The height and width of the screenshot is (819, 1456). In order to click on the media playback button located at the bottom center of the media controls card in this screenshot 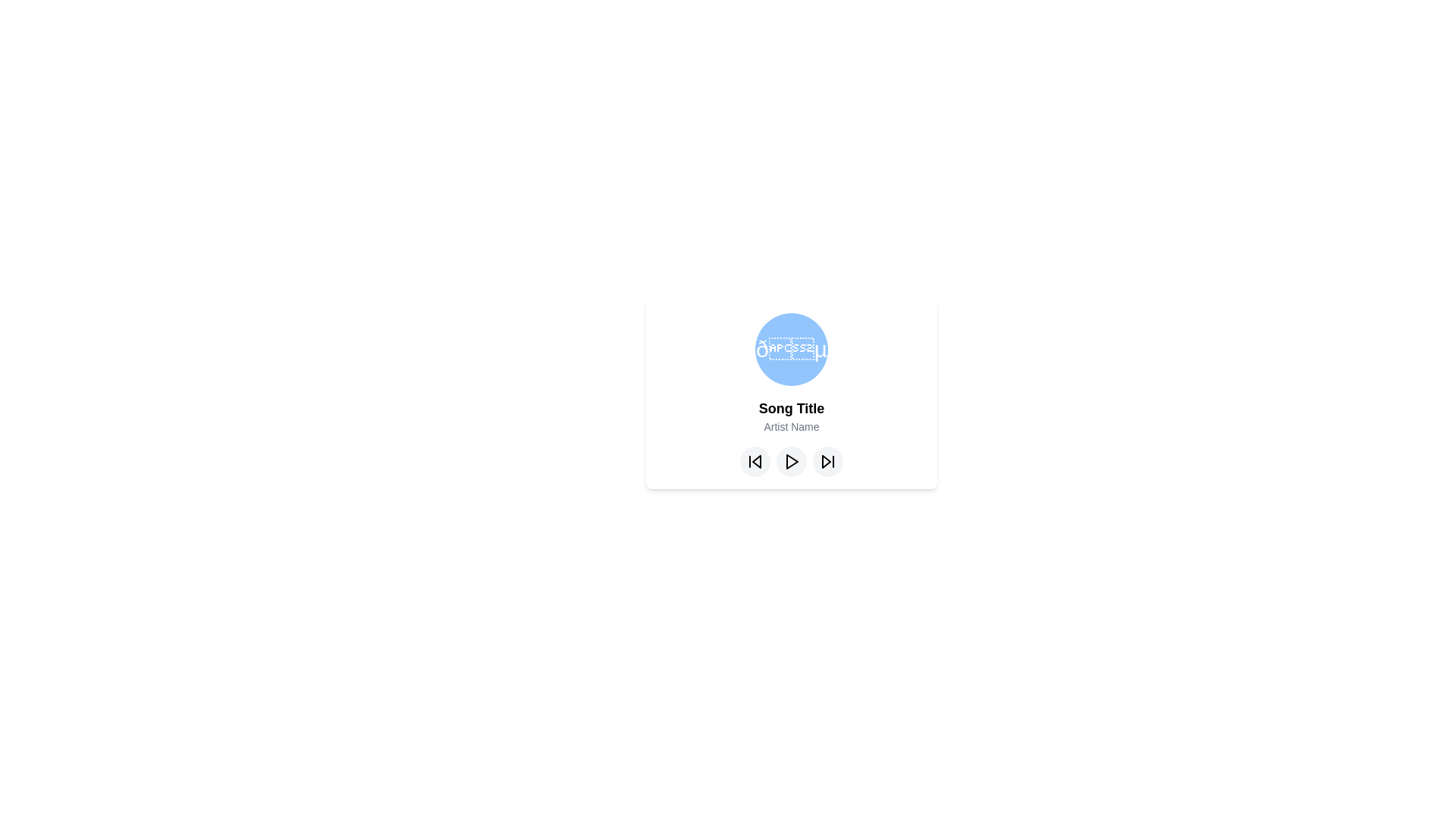, I will do `click(792, 461)`.